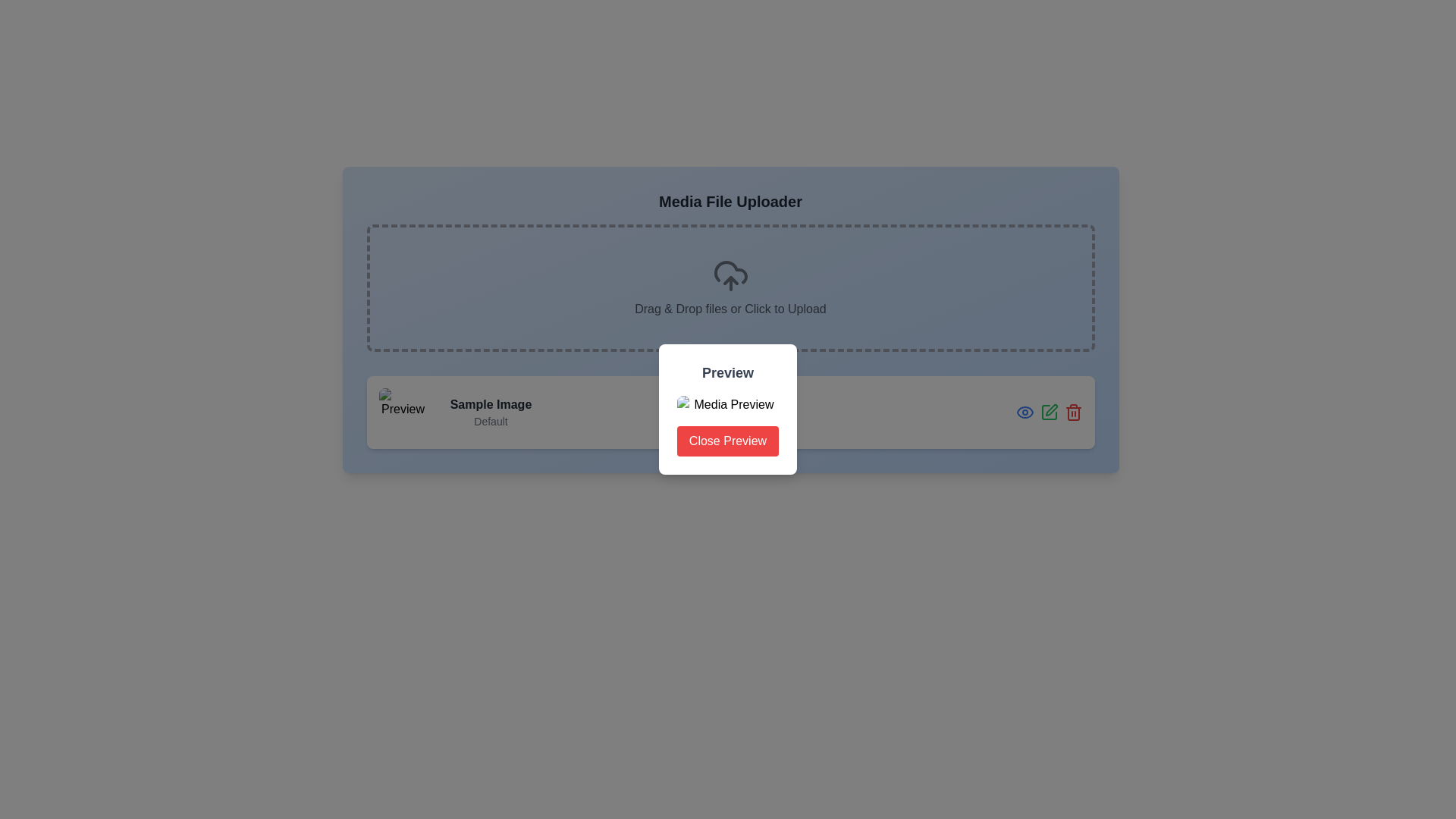 The image size is (1456, 819). Describe the element at coordinates (1048, 412) in the screenshot. I see `the second icon from the left in the horizontal row of three icons at the right end of the card labeled 'Sample Image Default'` at that location.